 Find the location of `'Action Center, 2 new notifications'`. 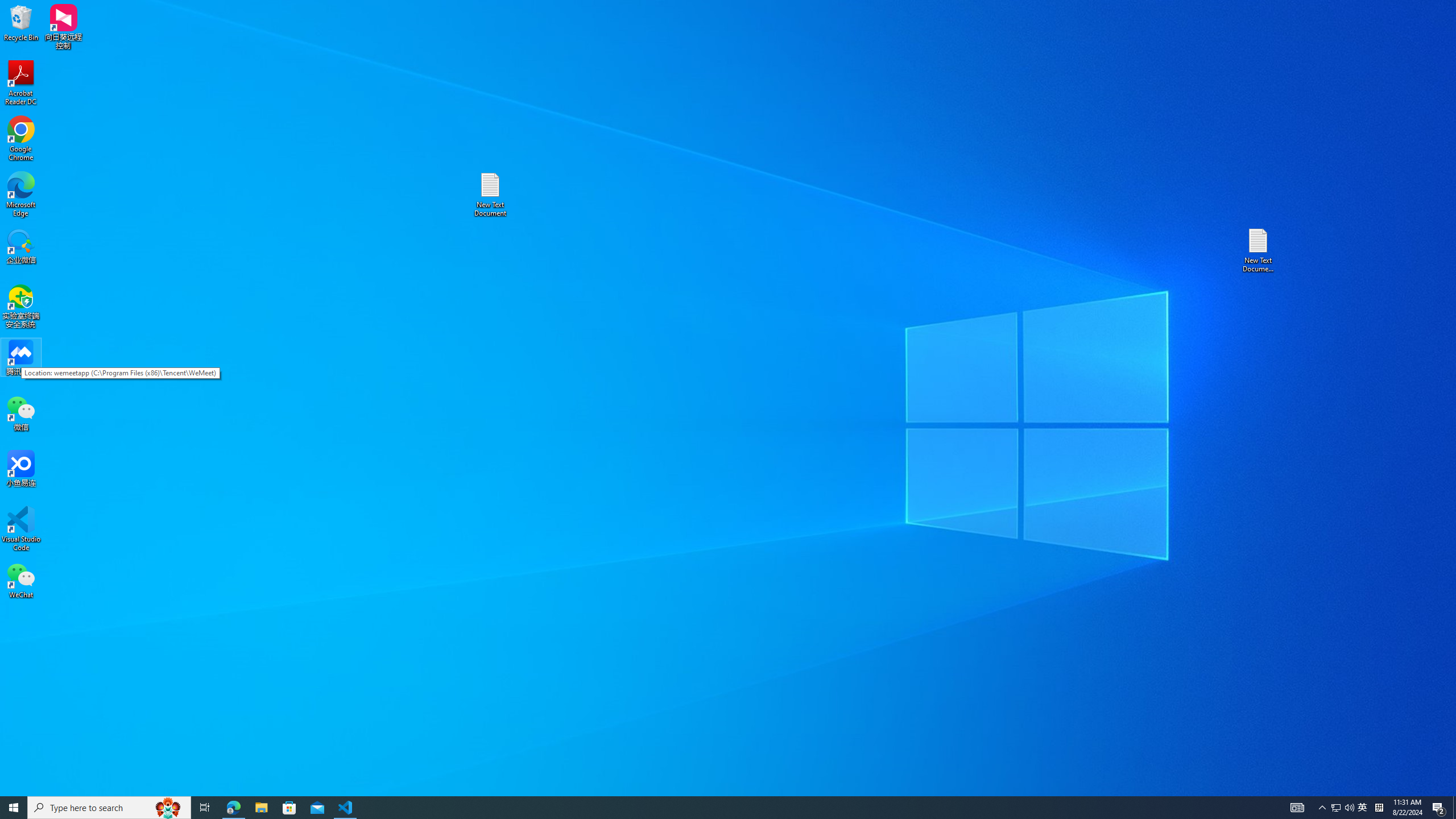

'Action Center, 2 new notifications' is located at coordinates (1439, 806).